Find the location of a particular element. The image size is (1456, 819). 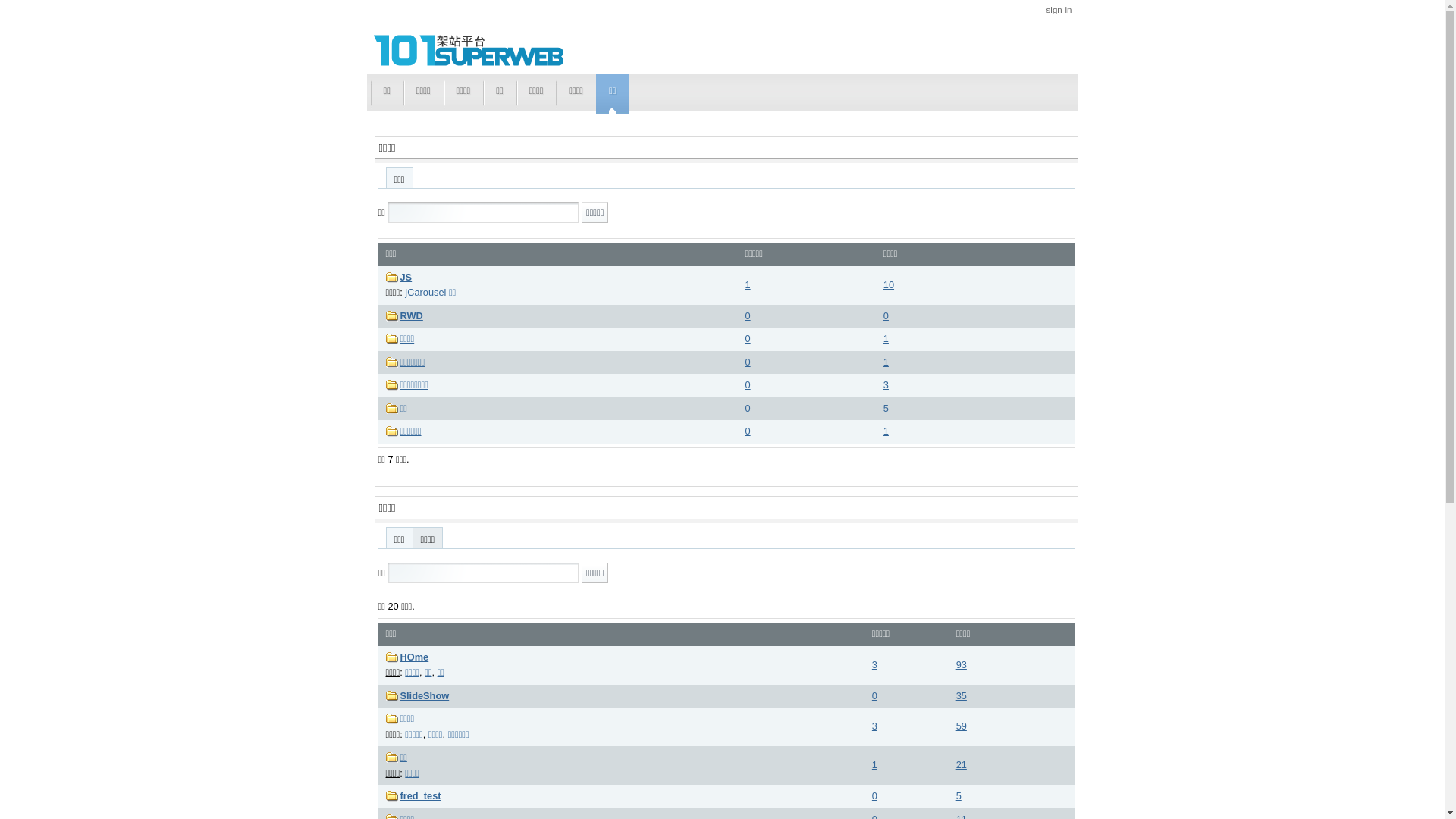

'HOme' is located at coordinates (415, 656).